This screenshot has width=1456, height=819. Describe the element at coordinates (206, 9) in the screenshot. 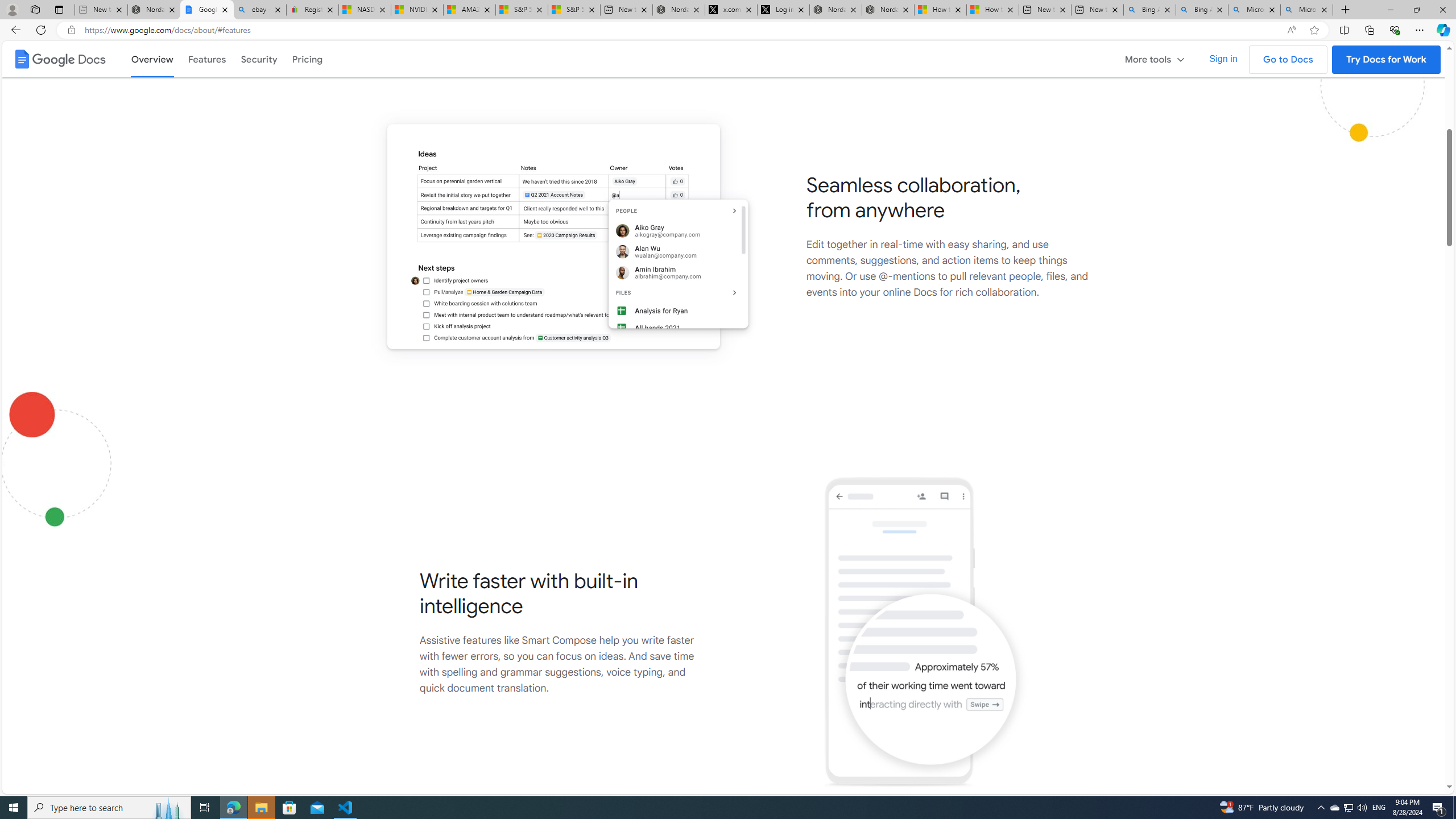

I see `'Google Docs: Online Document Editor | Google Workspace'` at that location.